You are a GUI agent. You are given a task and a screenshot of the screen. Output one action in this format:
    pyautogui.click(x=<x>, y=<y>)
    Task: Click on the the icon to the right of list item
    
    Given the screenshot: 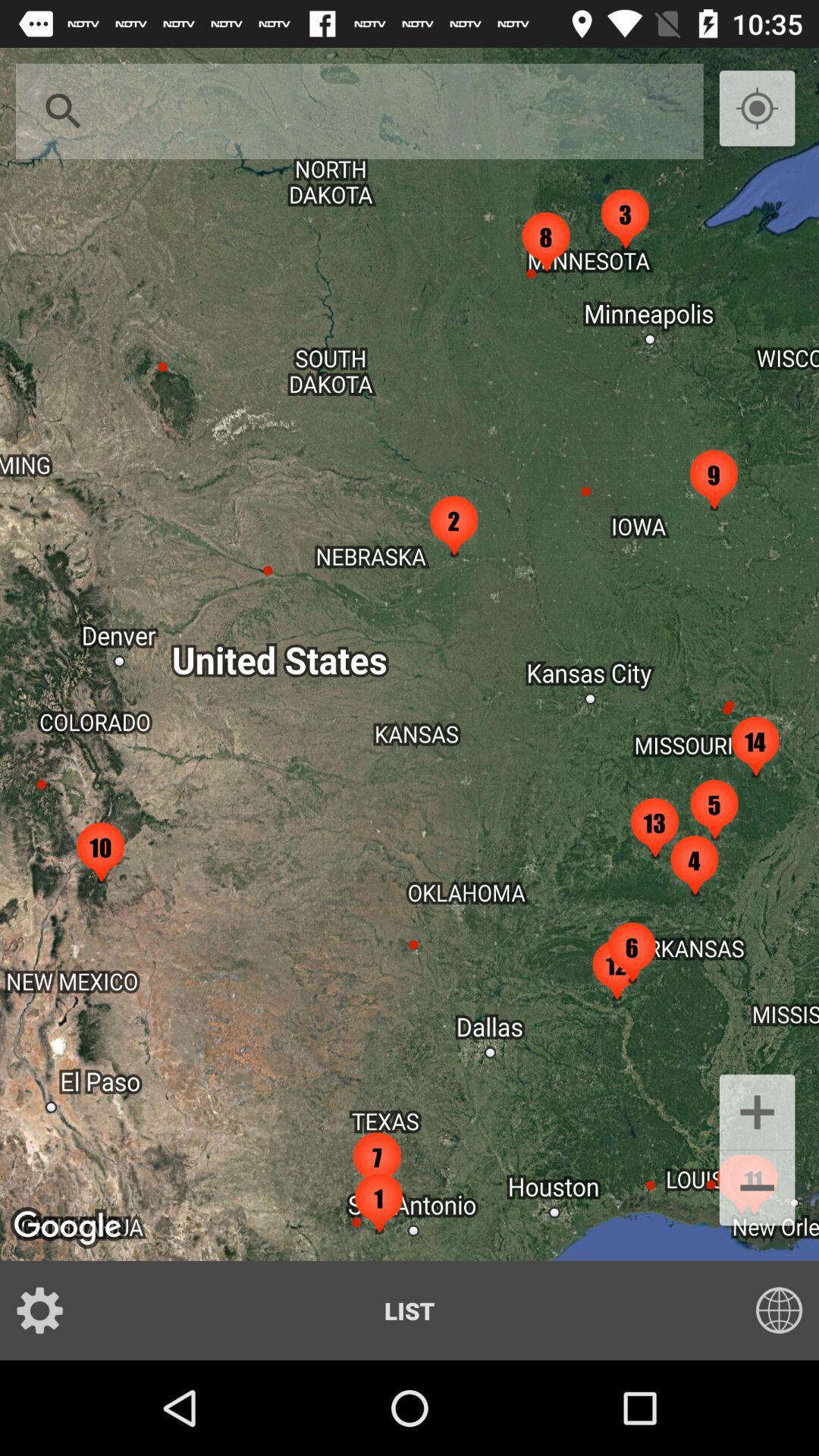 What is the action you would take?
    pyautogui.click(x=769, y=1310)
    